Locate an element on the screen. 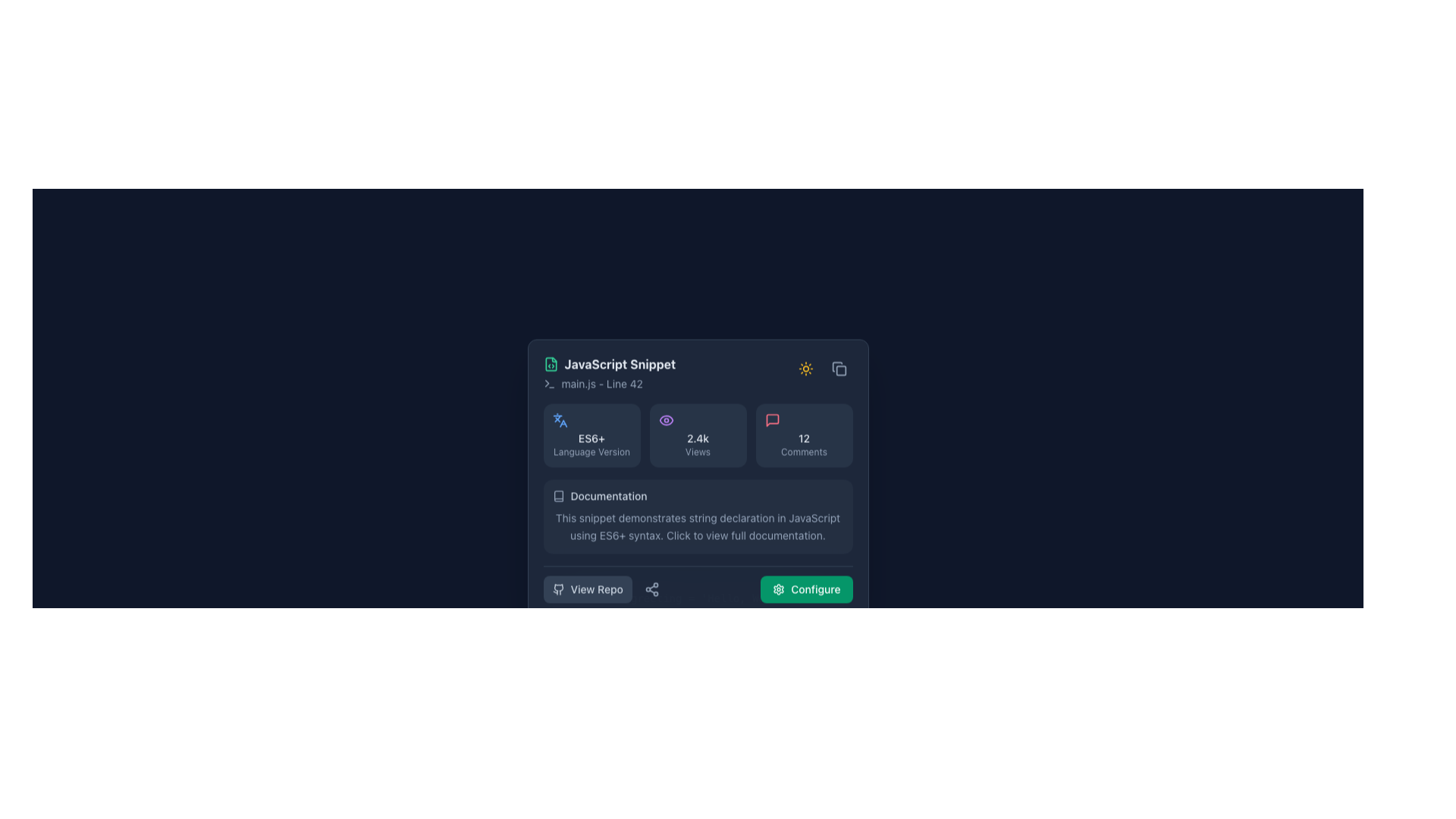  the text element displaying 'Language Version', which is styled in a small font size and light gray color, positioned directly below the 'ES6+' label is located at coordinates (591, 451).